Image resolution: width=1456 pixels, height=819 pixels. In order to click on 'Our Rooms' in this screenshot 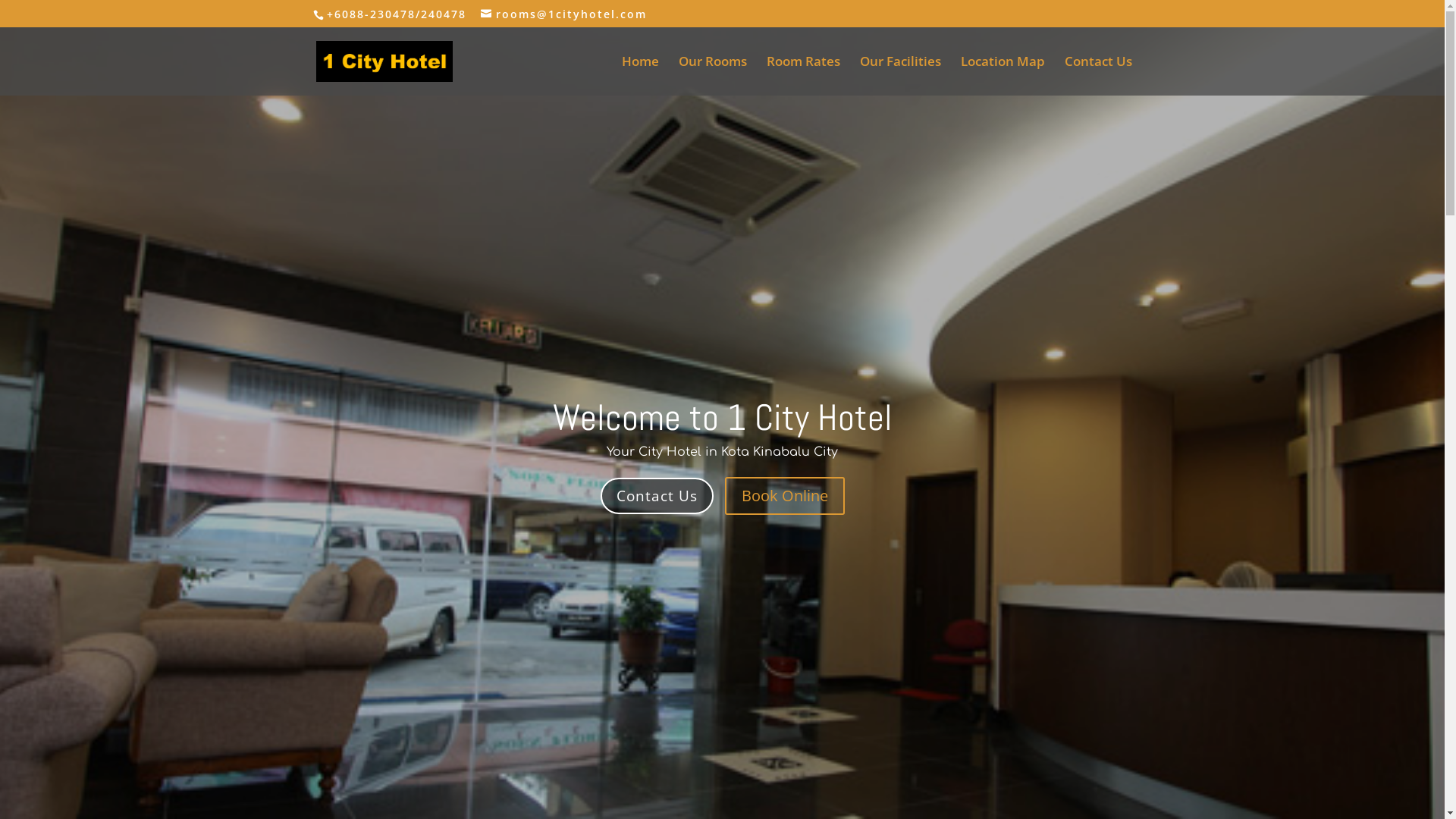, I will do `click(676, 76)`.